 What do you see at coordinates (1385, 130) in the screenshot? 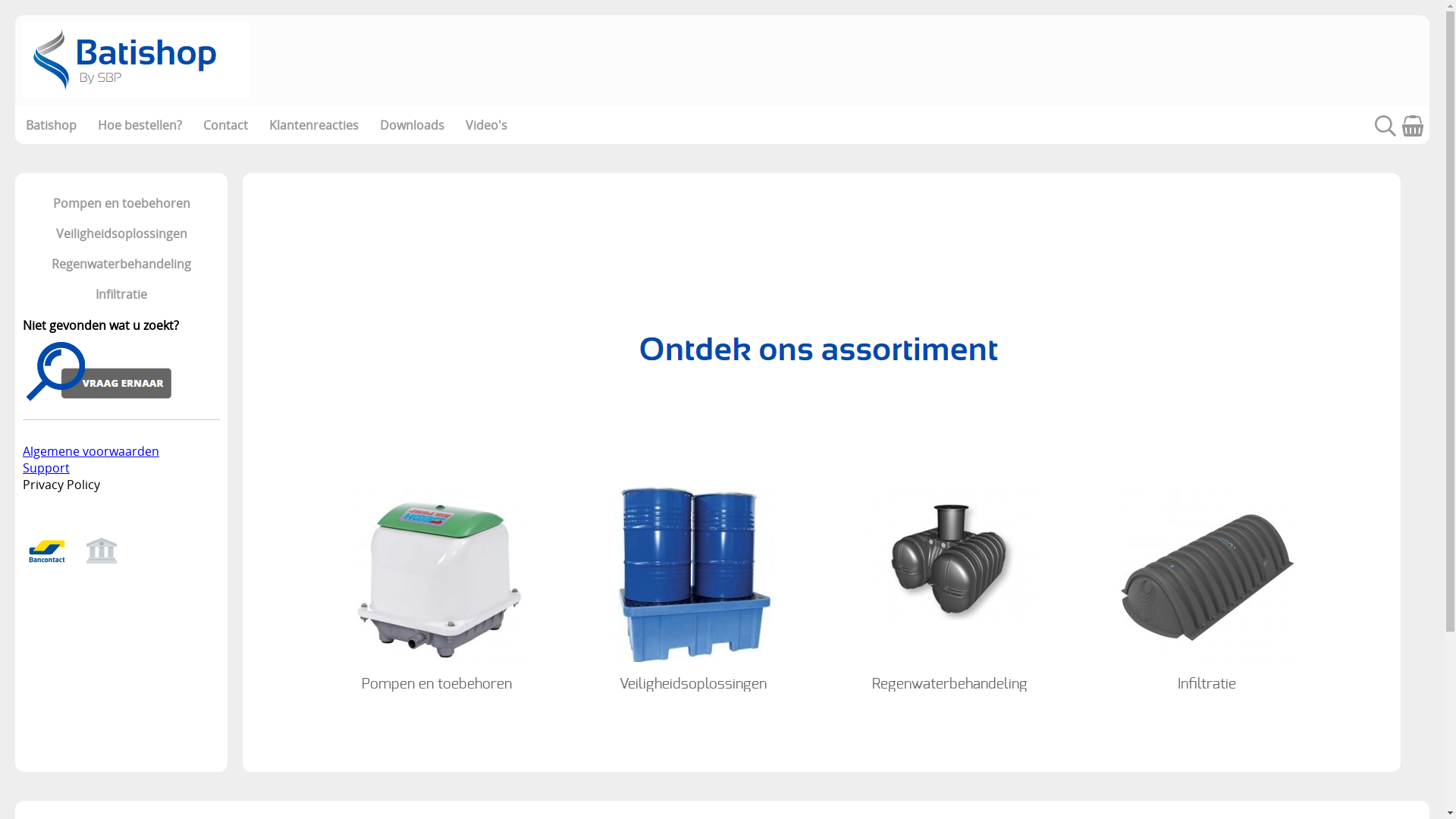
I see `'Zoeken'` at bounding box center [1385, 130].